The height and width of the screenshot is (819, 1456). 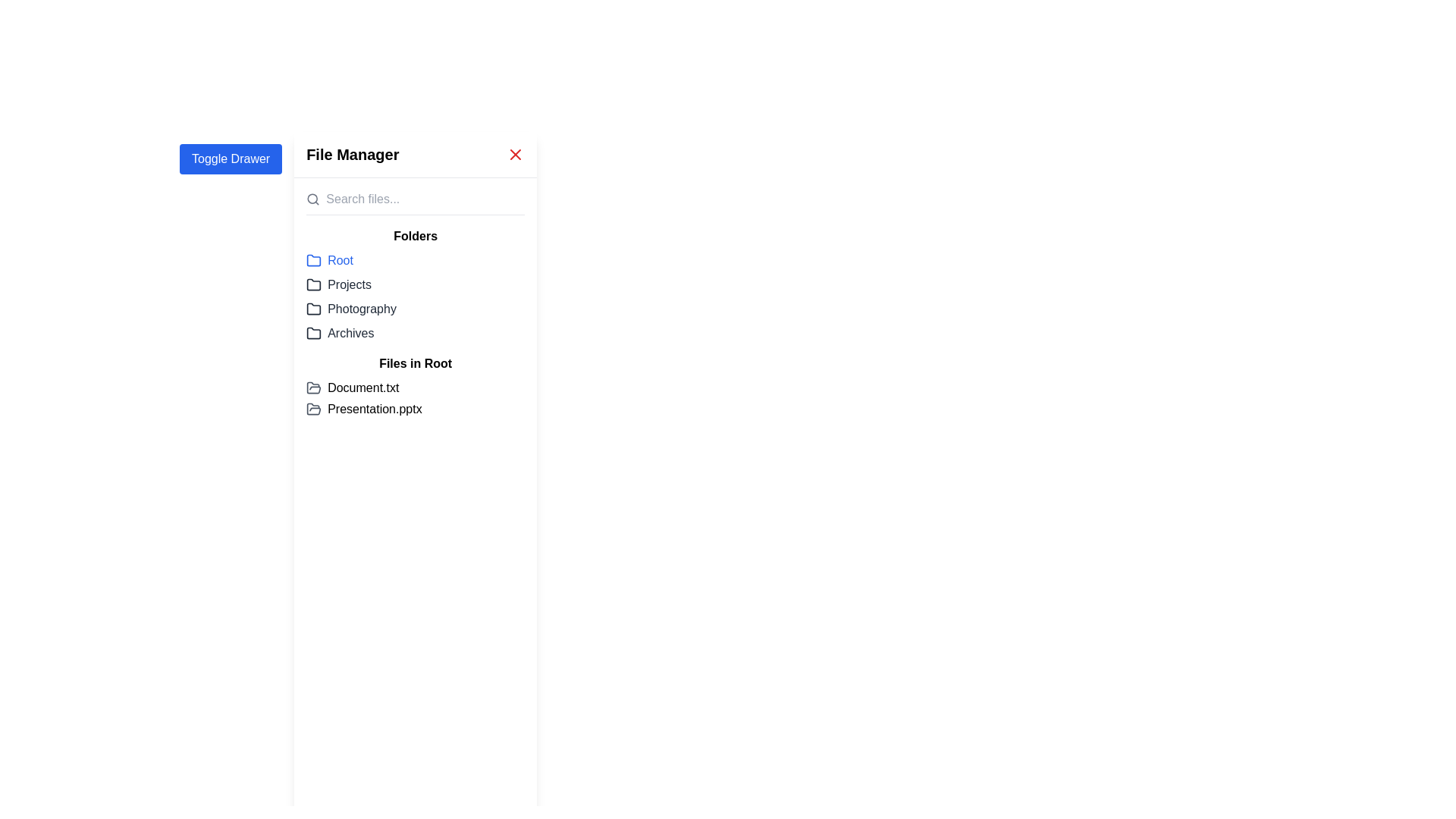 I want to click on the 'Root' text label in the left navigation panel under the 'Folders' section, so click(x=340, y=259).